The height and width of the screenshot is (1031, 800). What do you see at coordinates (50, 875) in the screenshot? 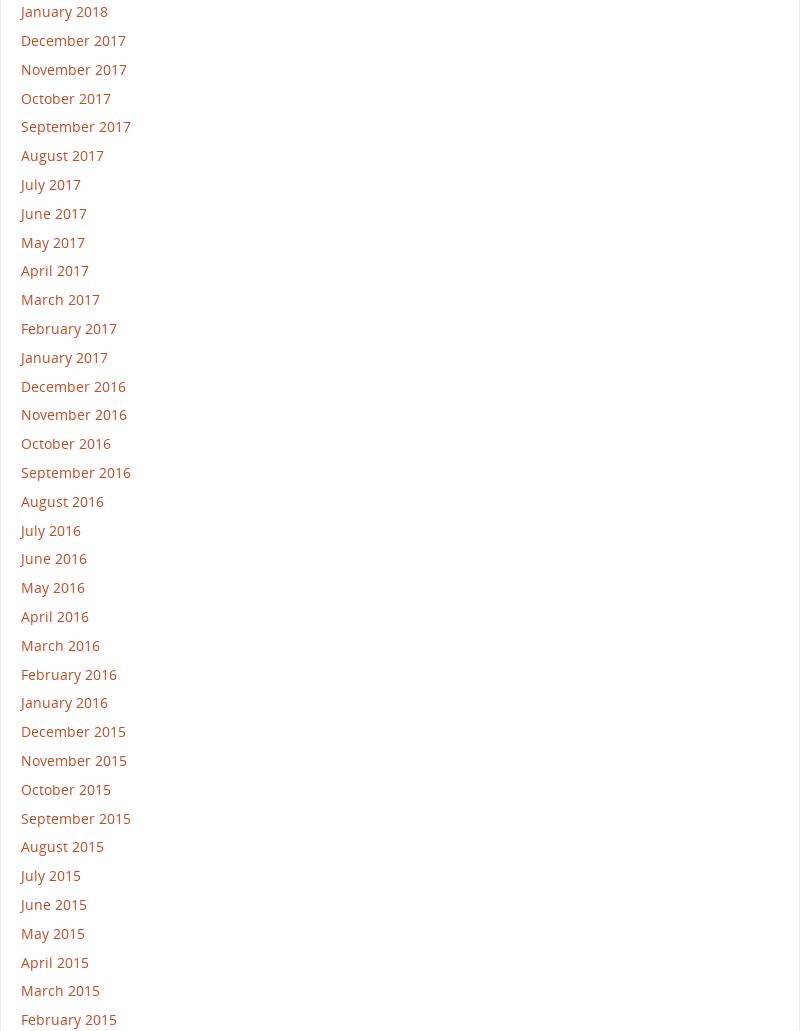
I see `'July 2015'` at bounding box center [50, 875].